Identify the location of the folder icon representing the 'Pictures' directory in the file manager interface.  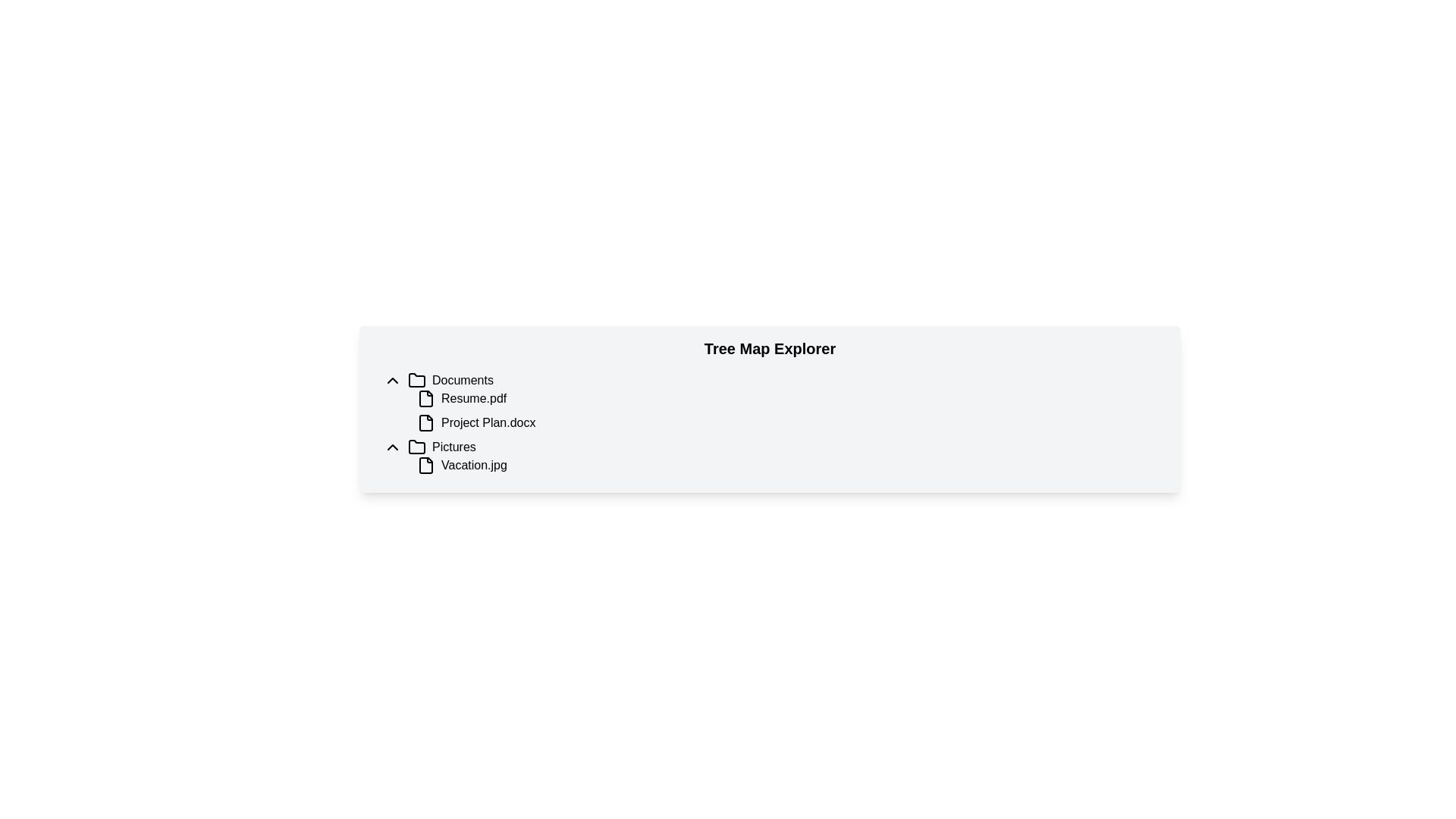
(417, 446).